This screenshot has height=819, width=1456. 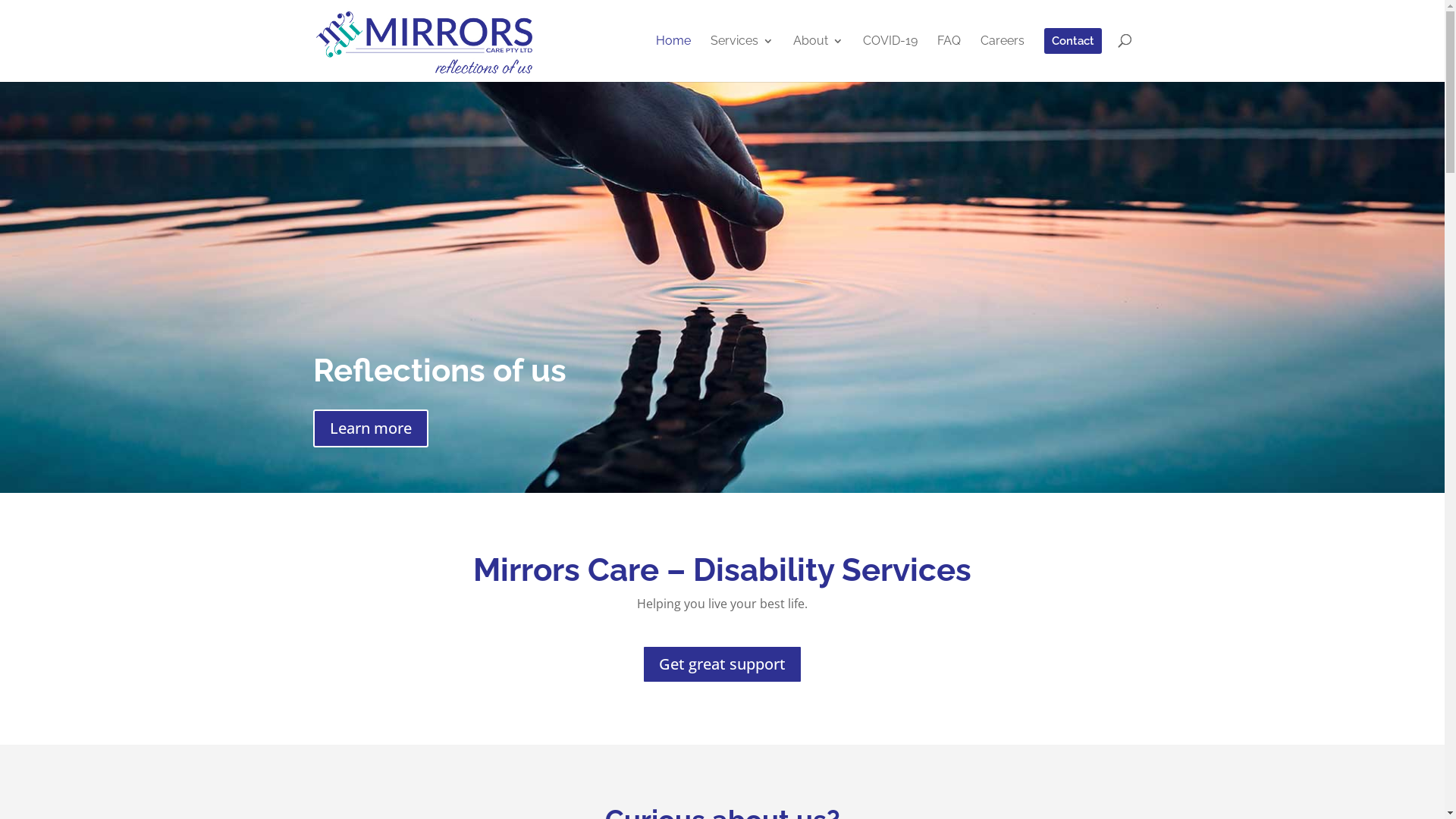 I want to click on 'Get great support', so click(x=721, y=663).